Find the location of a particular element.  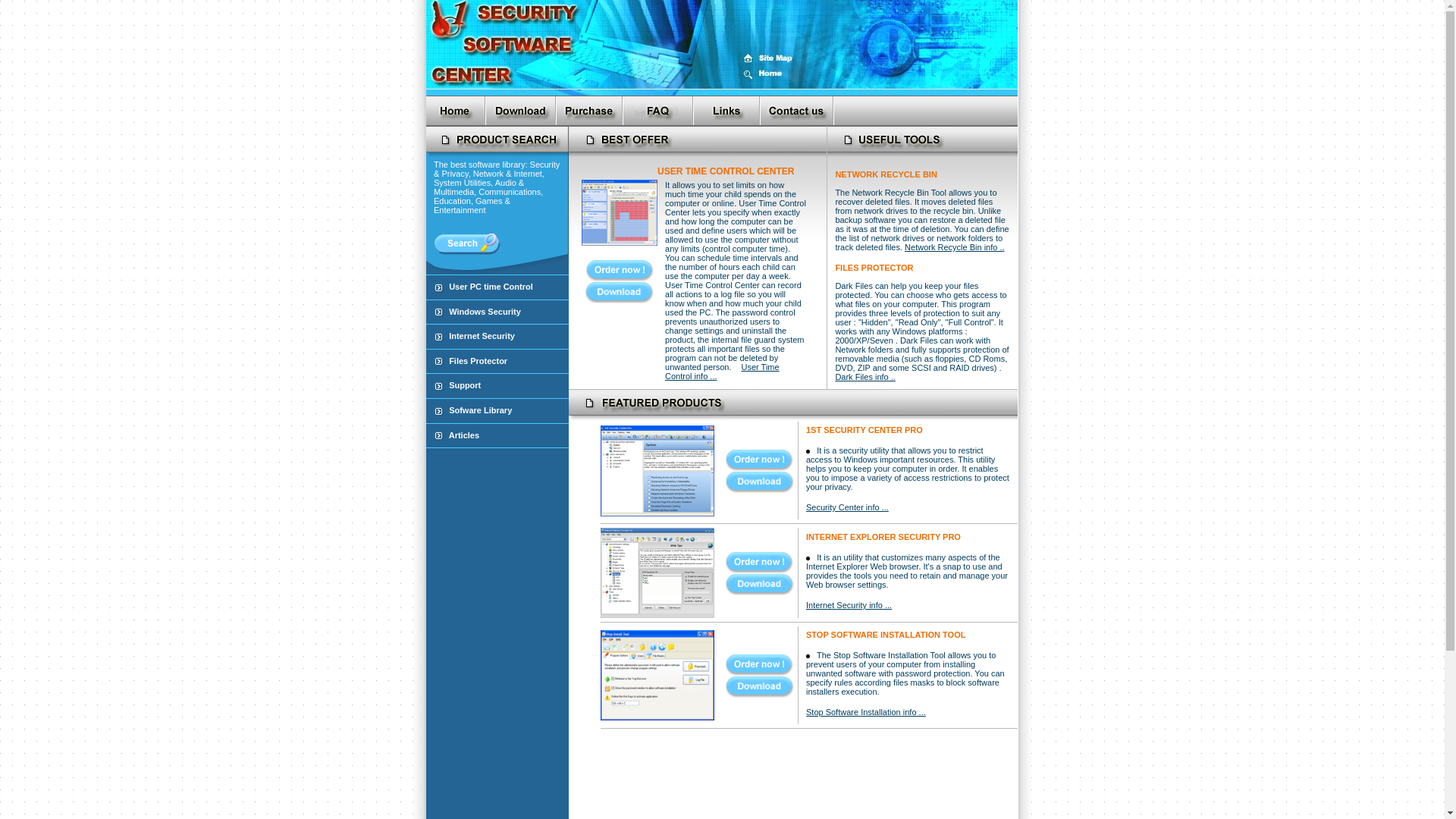

'Internet Security info ...' is located at coordinates (848, 604).